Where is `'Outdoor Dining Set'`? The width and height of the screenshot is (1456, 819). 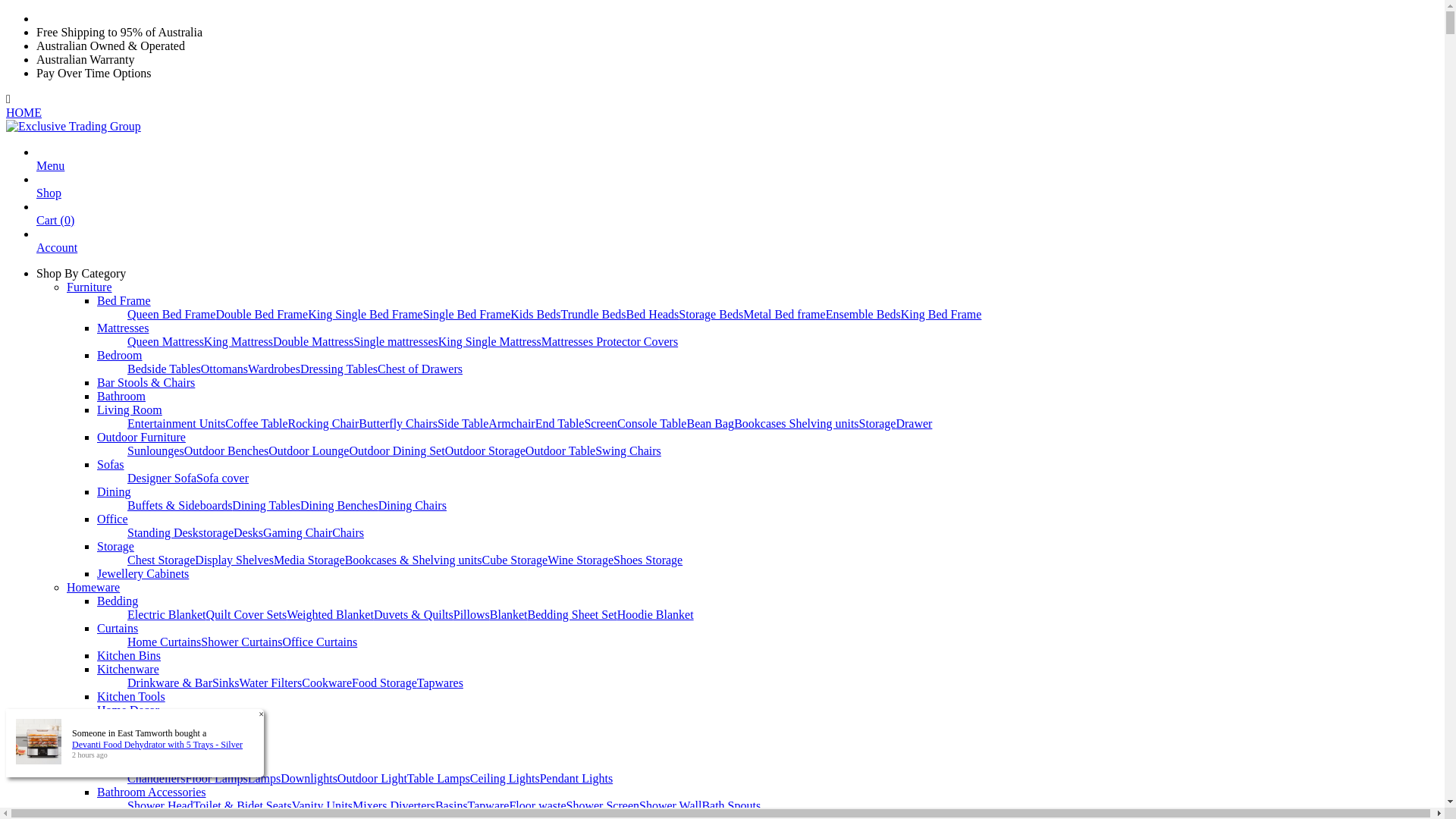
'Outdoor Dining Set' is located at coordinates (397, 450).